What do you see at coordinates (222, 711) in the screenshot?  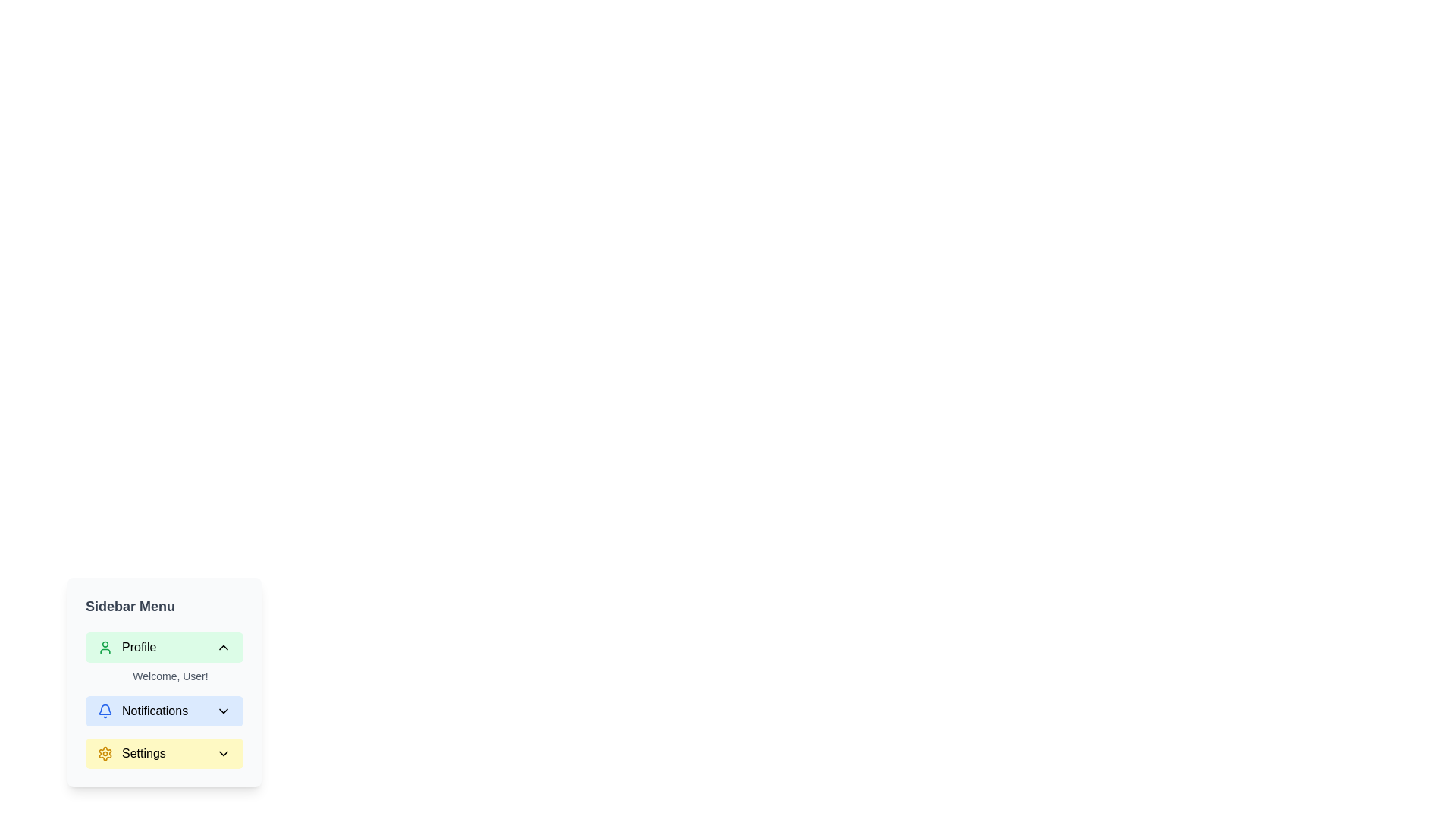 I see `the downward-facing chevron icon at the right end of the 'Notifications' menu item` at bounding box center [222, 711].